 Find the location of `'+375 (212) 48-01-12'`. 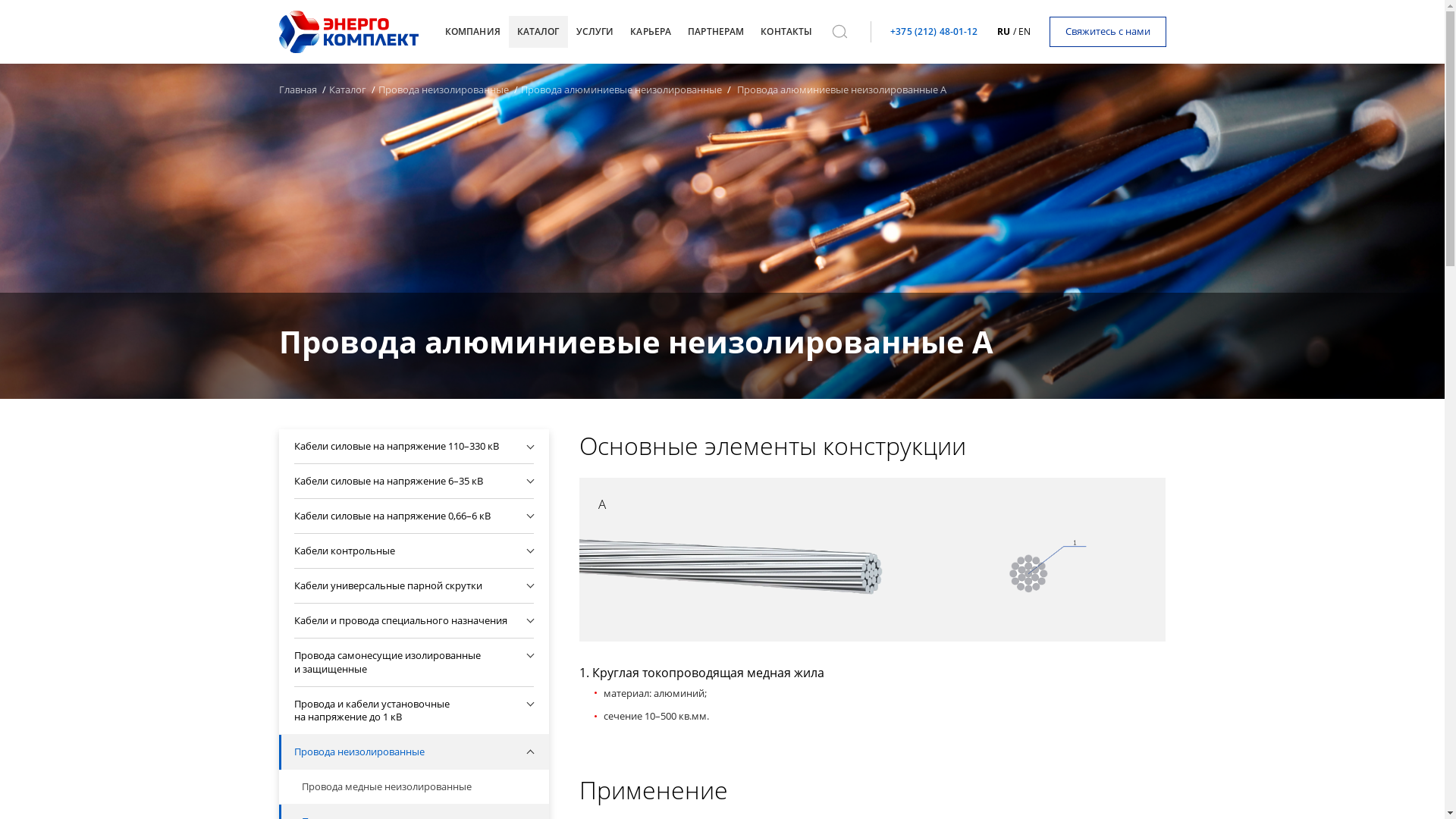

'+375 (212) 48-01-12' is located at coordinates (933, 31).